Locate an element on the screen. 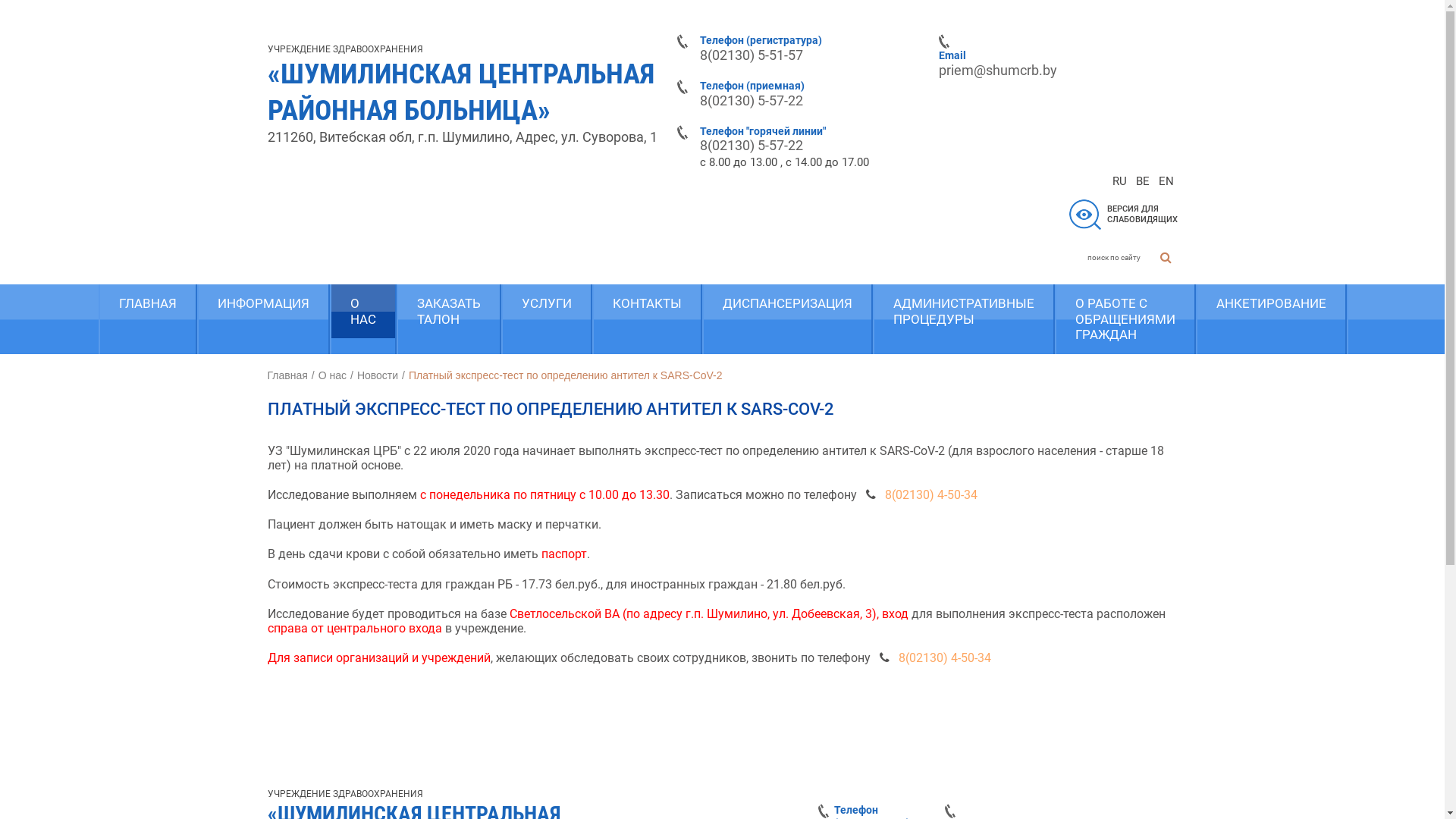 The height and width of the screenshot is (819, 1456). '8(02130) 5-57-22' is located at coordinates (750, 145).